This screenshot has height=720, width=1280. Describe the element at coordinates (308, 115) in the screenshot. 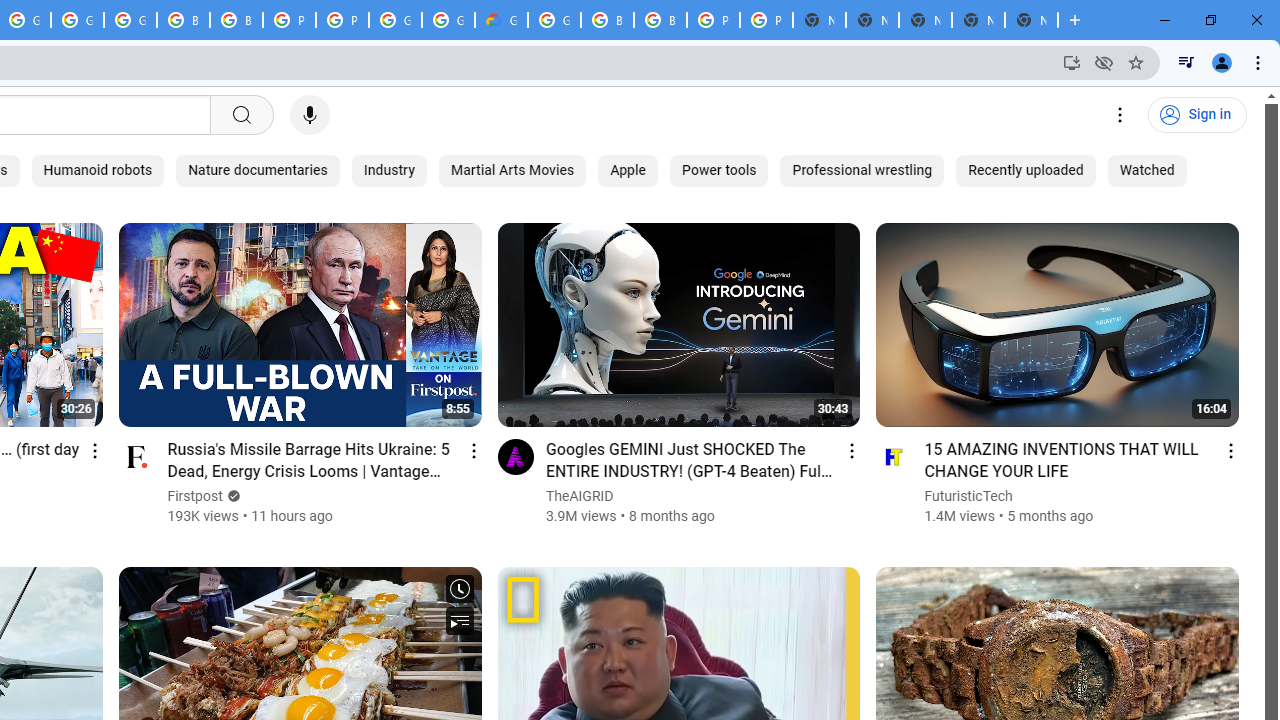

I see `'Search with your voice'` at that location.